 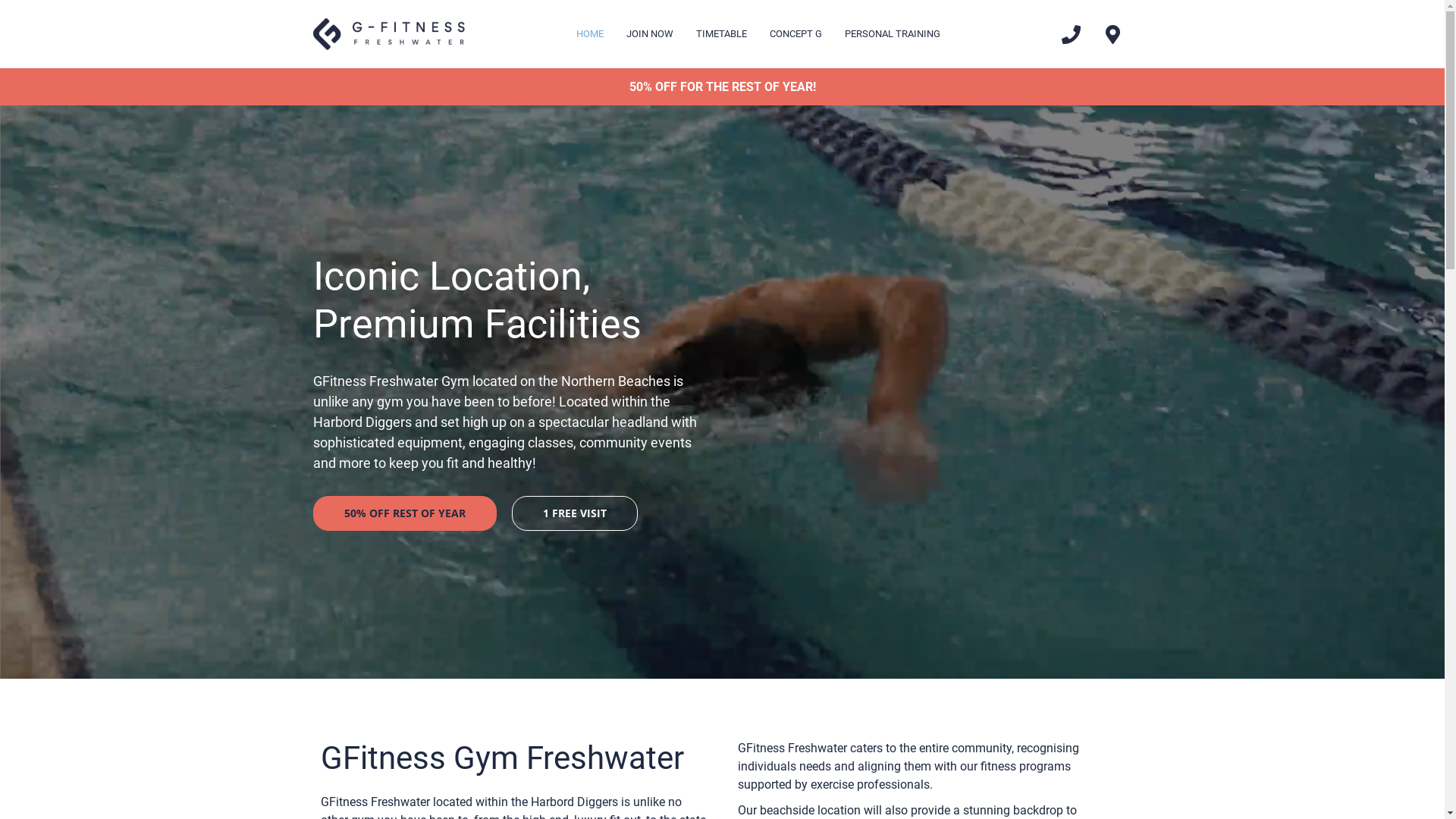 I want to click on 'TIMETABLE', so click(x=720, y=34).